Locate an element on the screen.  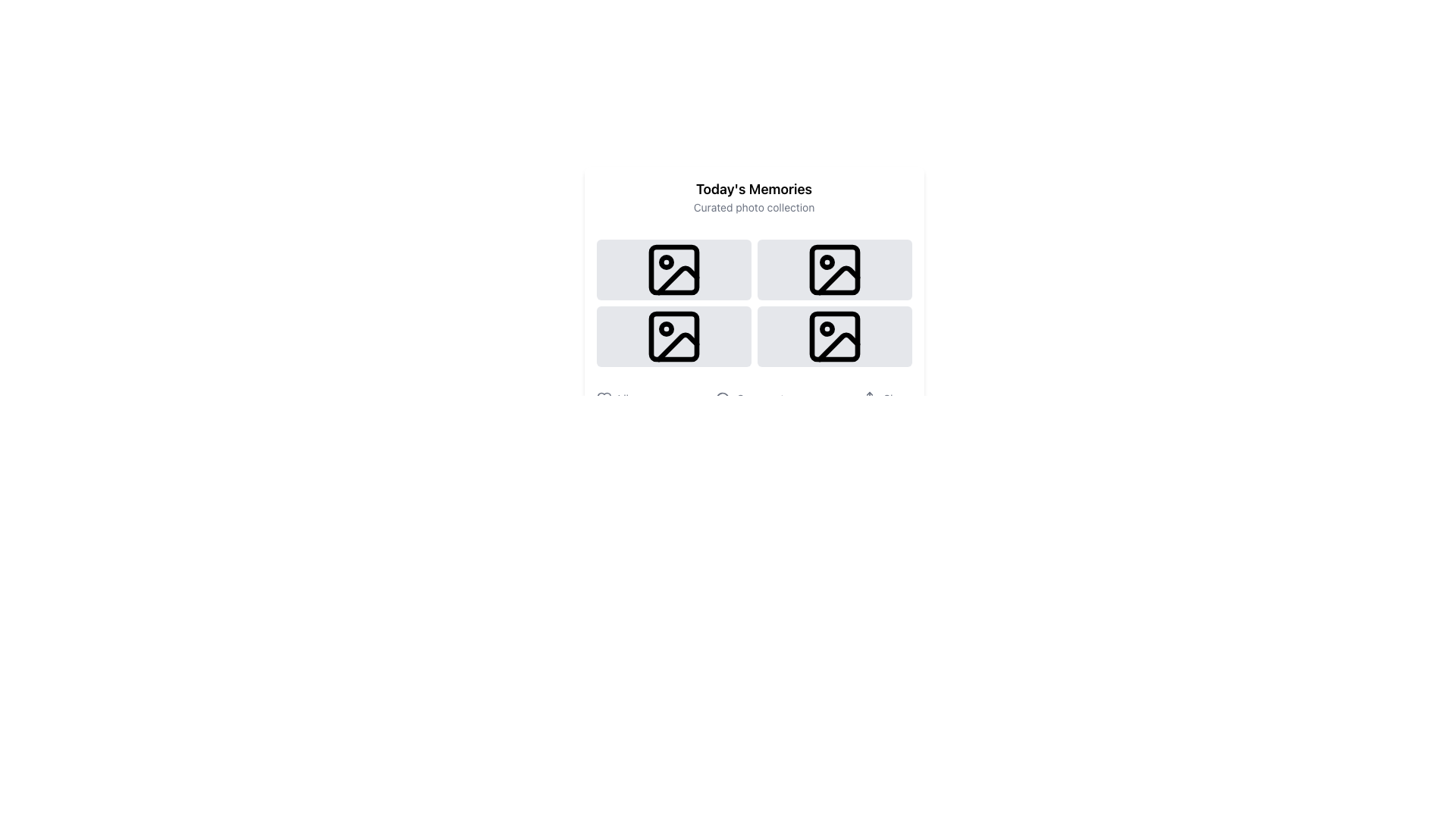
the minimalistic rectangle with rounded corners, outlined in black, located in the bottom-right icon of a 2x2 grid under 'Today's Memories' is located at coordinates (833, 335).